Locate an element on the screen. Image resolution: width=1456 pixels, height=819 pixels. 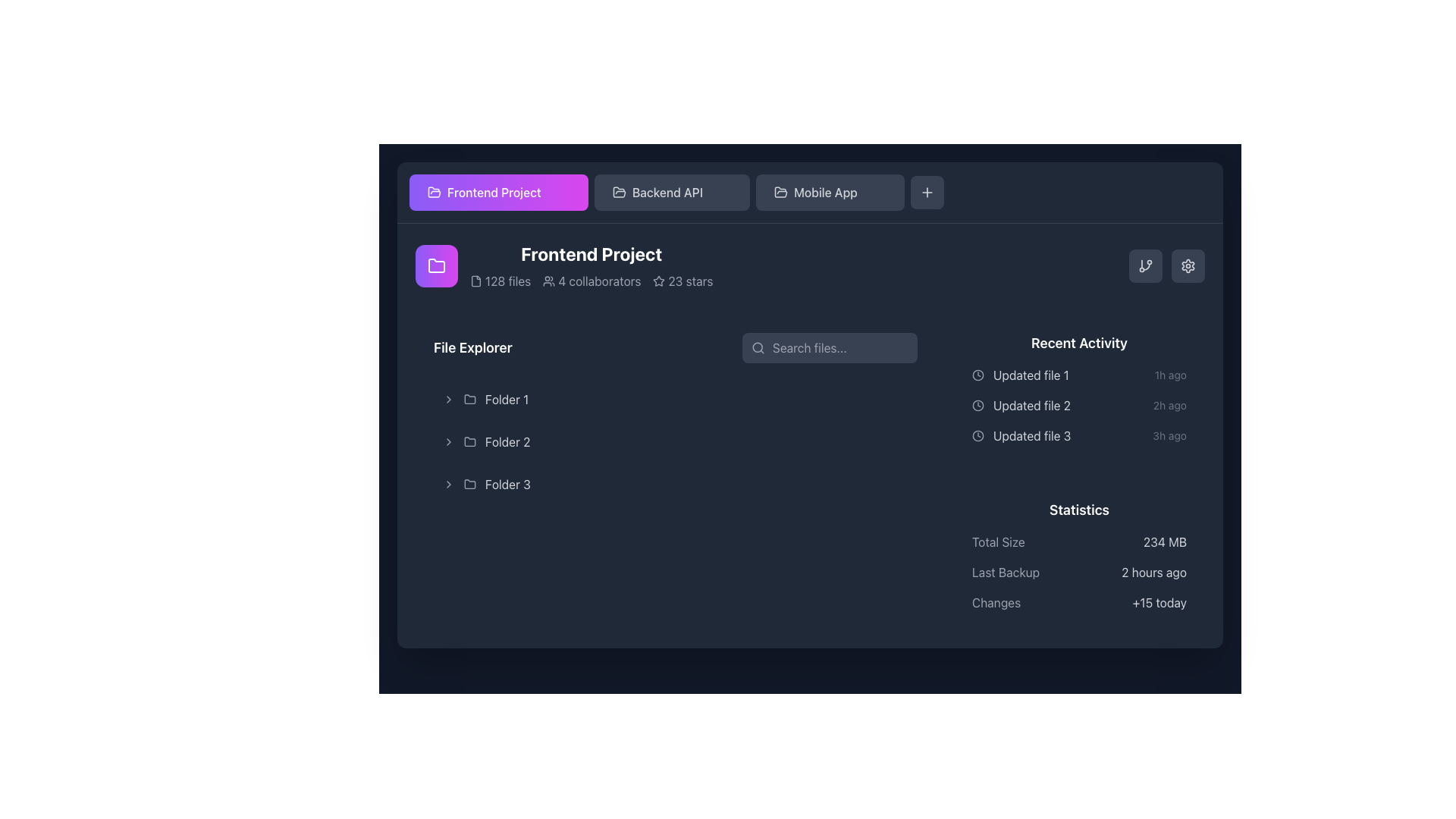
the chevron icon is located at coordinates (447, 485).